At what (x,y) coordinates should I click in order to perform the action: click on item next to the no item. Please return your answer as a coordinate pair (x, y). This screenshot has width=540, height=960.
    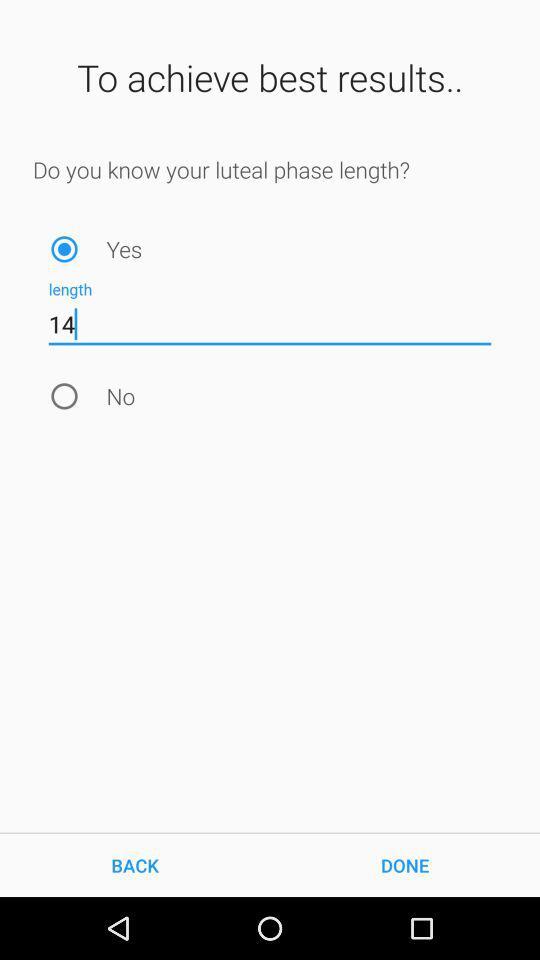
    Looking at the image, I should click on (64, 395).